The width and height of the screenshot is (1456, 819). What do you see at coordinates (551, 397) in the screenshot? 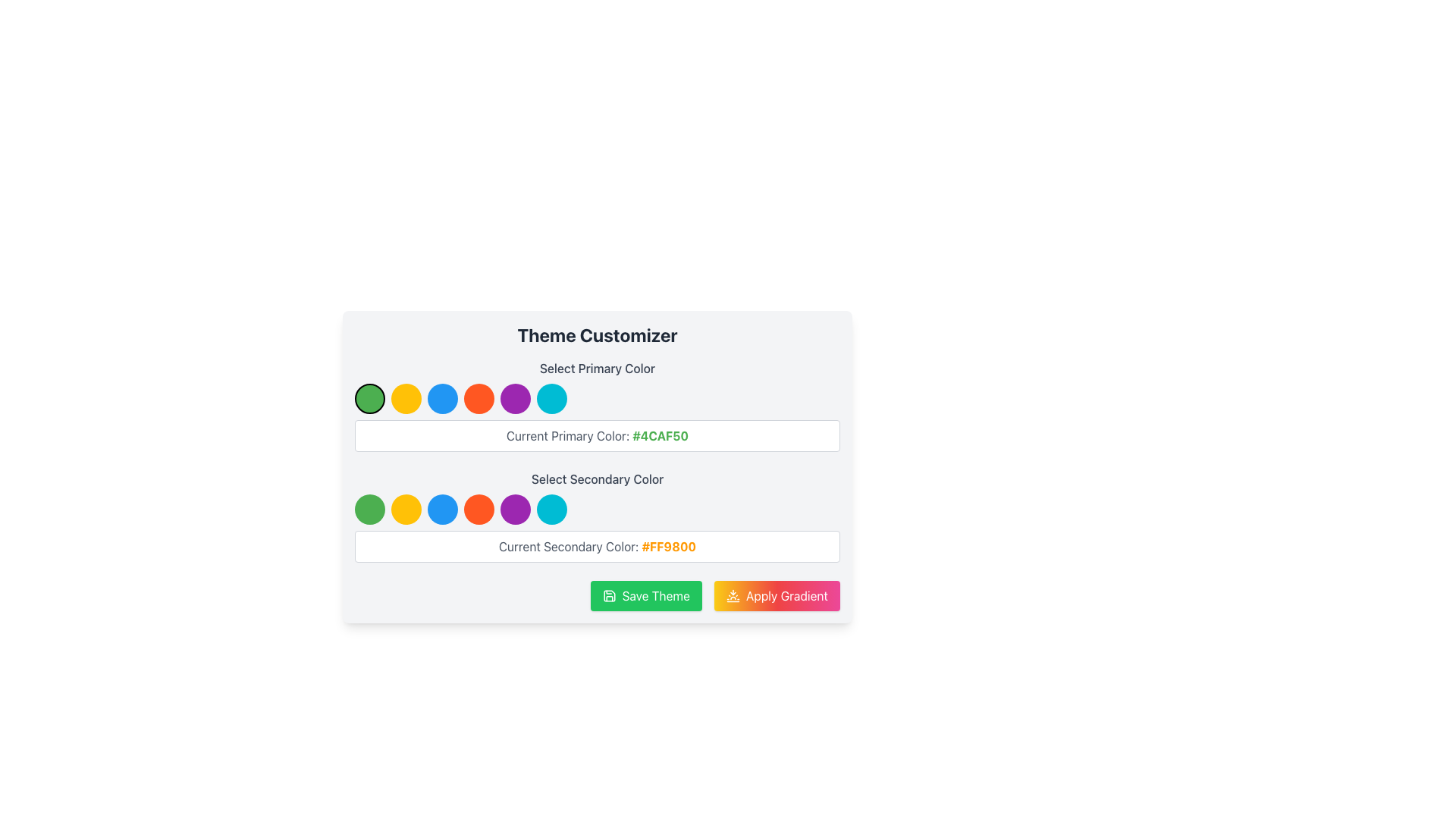
I see `the sixth circular selectable color option with a cyan blue fill color in the Theme Customizer section` at bounding box center [551, 397].